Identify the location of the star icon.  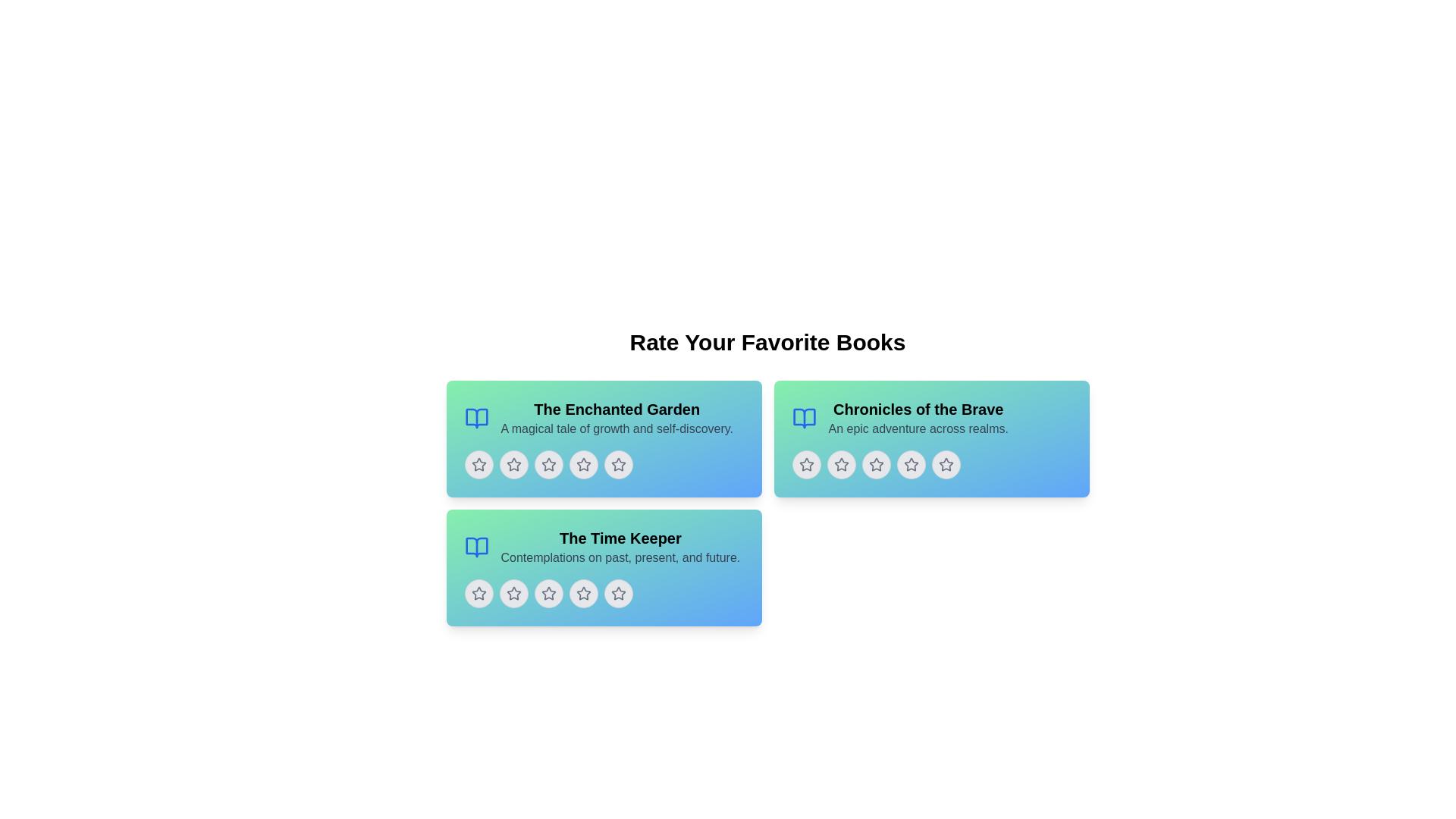
(930, 464).